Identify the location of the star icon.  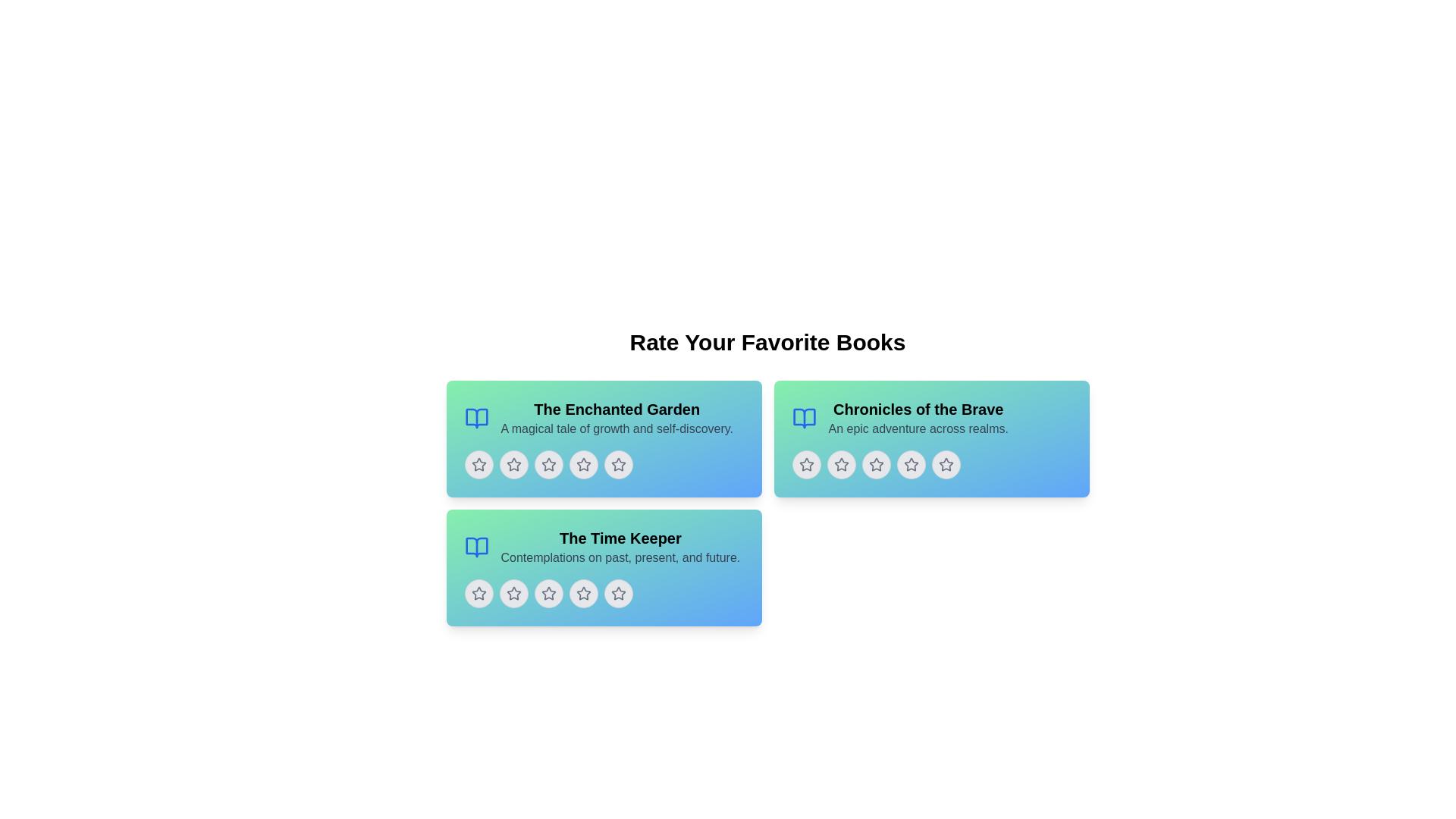
(930, 464).